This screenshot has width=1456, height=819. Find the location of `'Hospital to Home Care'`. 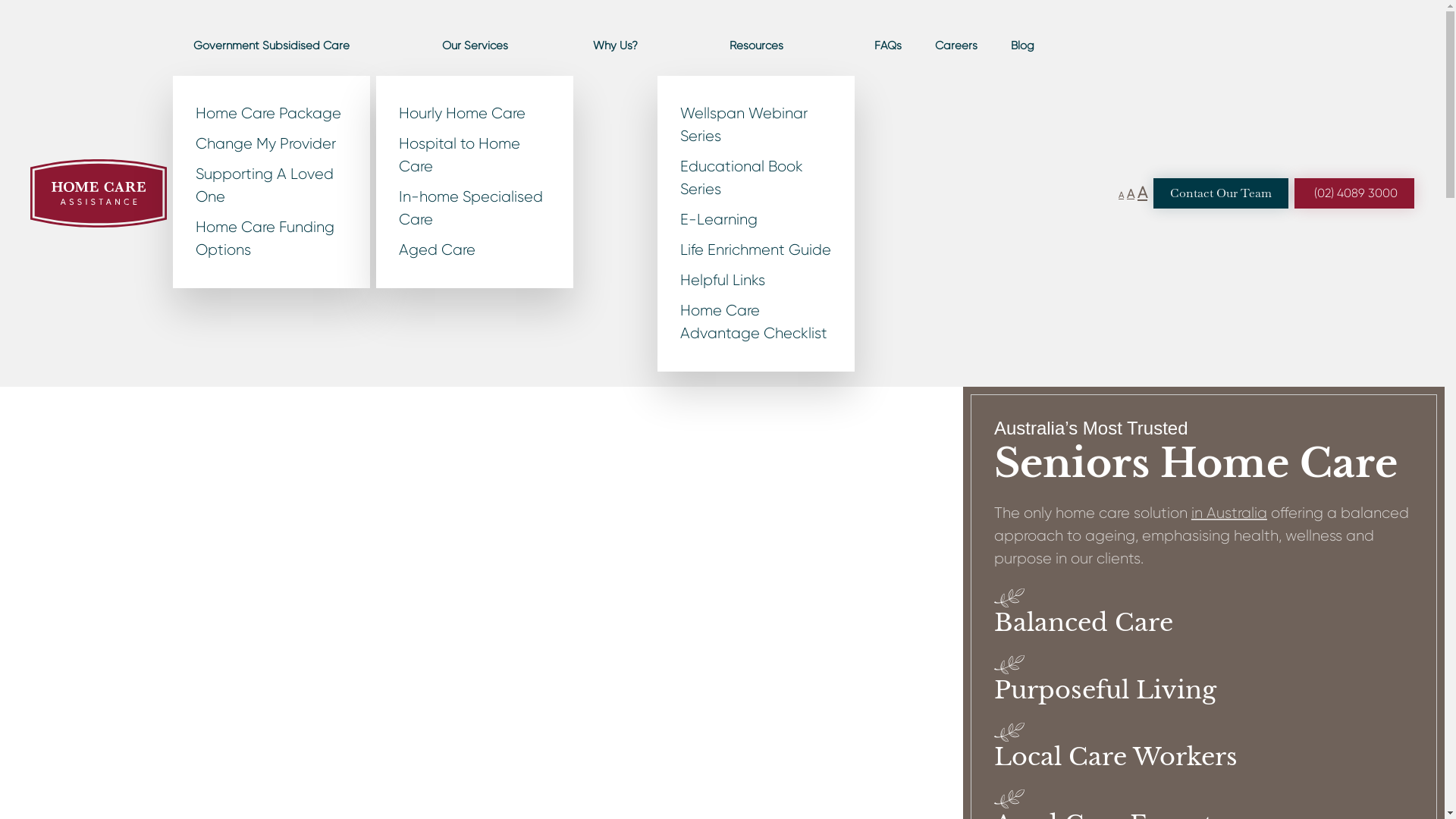

'Hospital to Home Care' is located at coordinates (473, 155).